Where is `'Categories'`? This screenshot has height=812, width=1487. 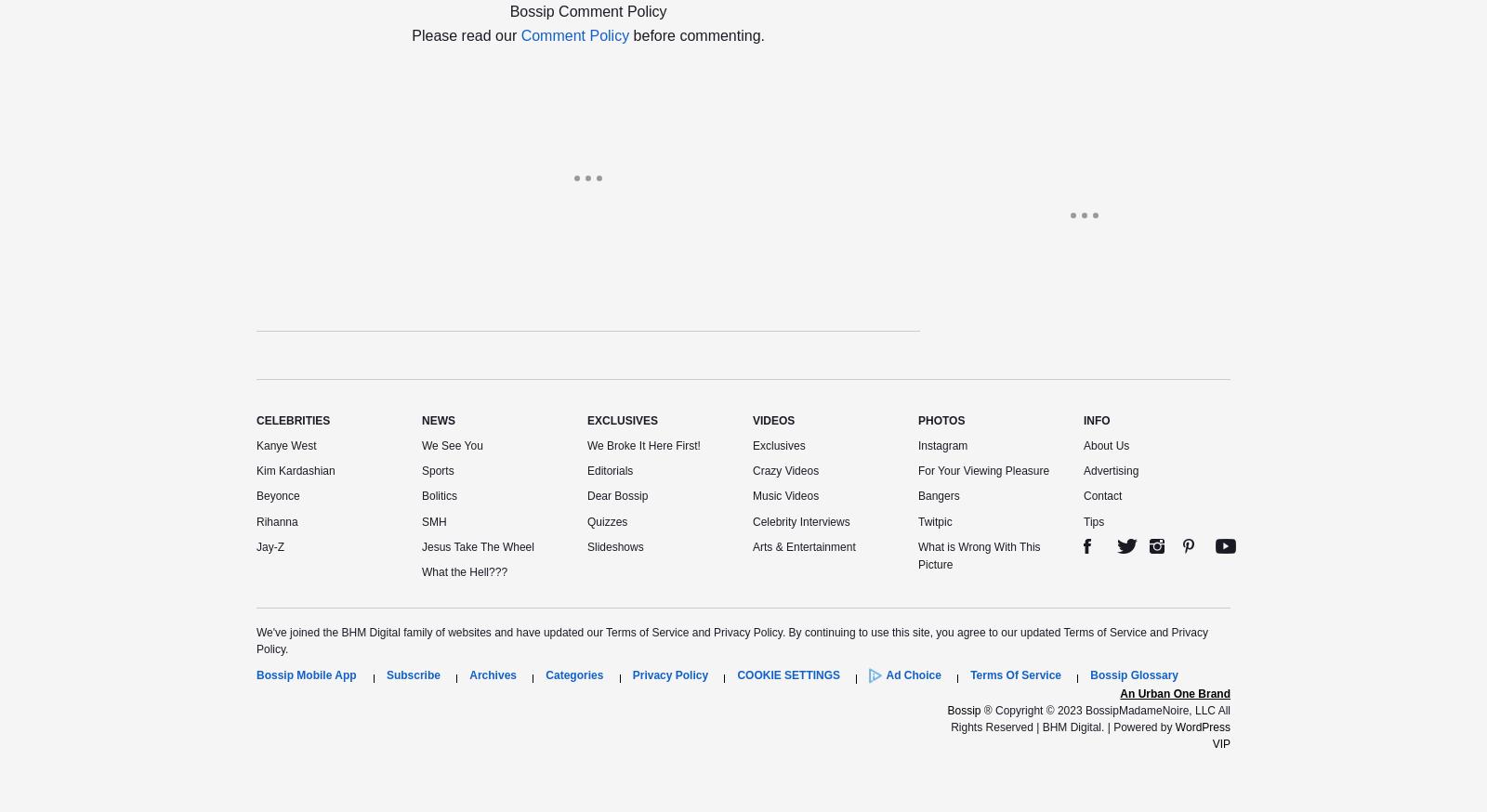
'Categories' is located at coordinates (573, 674).